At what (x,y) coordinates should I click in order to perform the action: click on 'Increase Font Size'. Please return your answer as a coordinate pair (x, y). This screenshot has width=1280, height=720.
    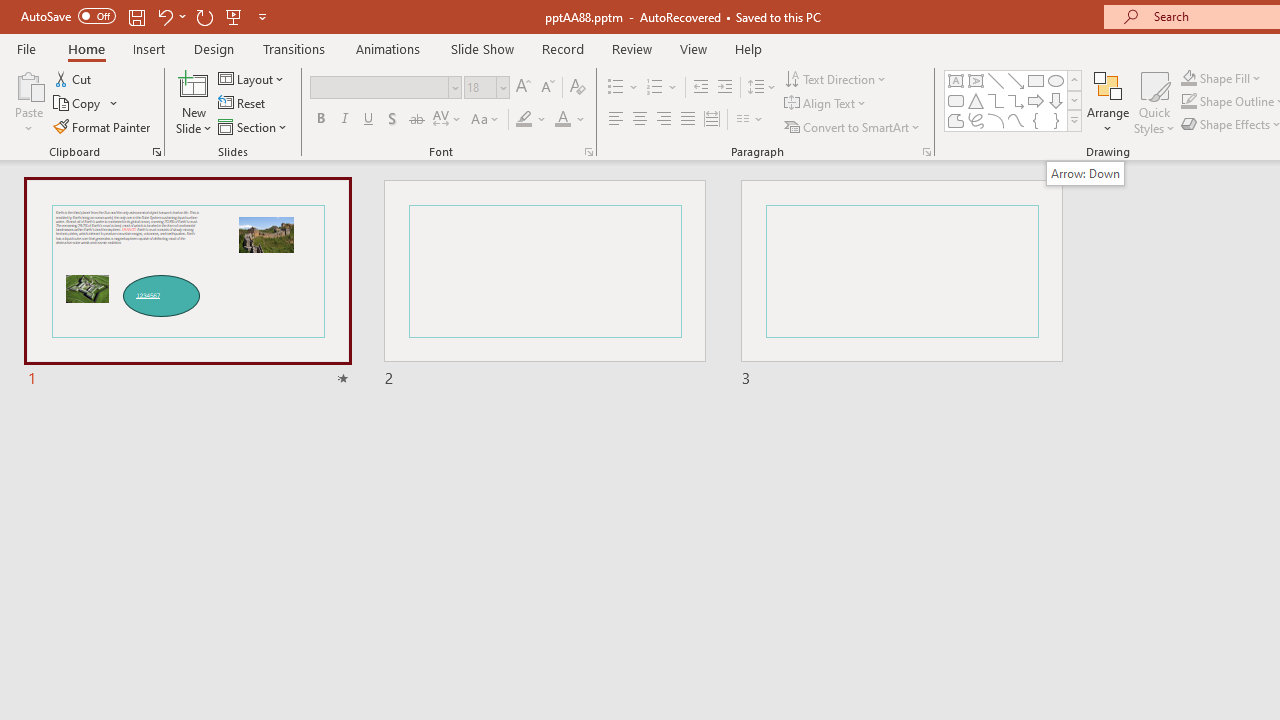
    Looking at the image, I should click on (522, 86).